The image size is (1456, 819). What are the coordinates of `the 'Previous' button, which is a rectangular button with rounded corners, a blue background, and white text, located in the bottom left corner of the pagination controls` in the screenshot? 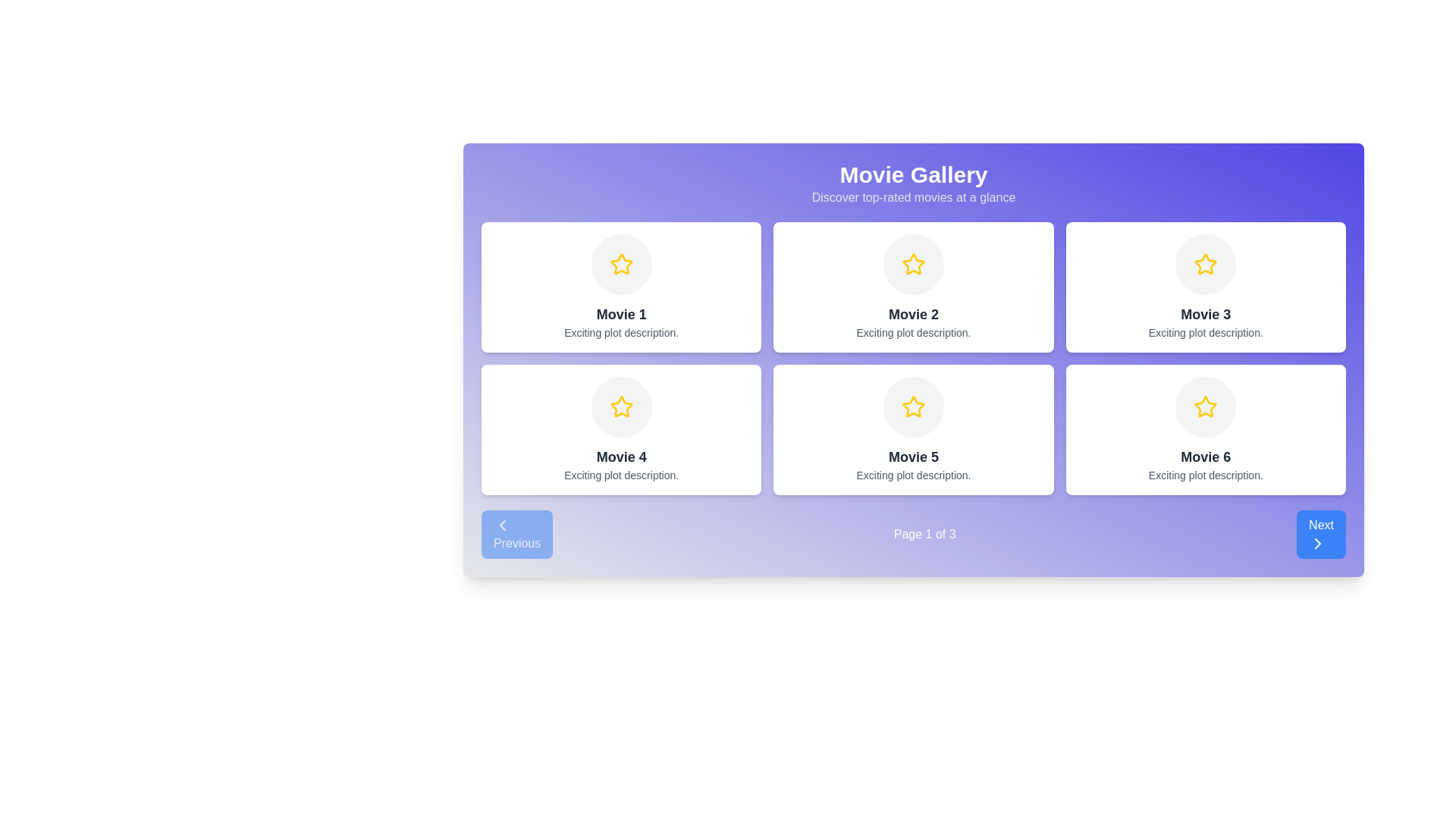 It's located at (517, 534).